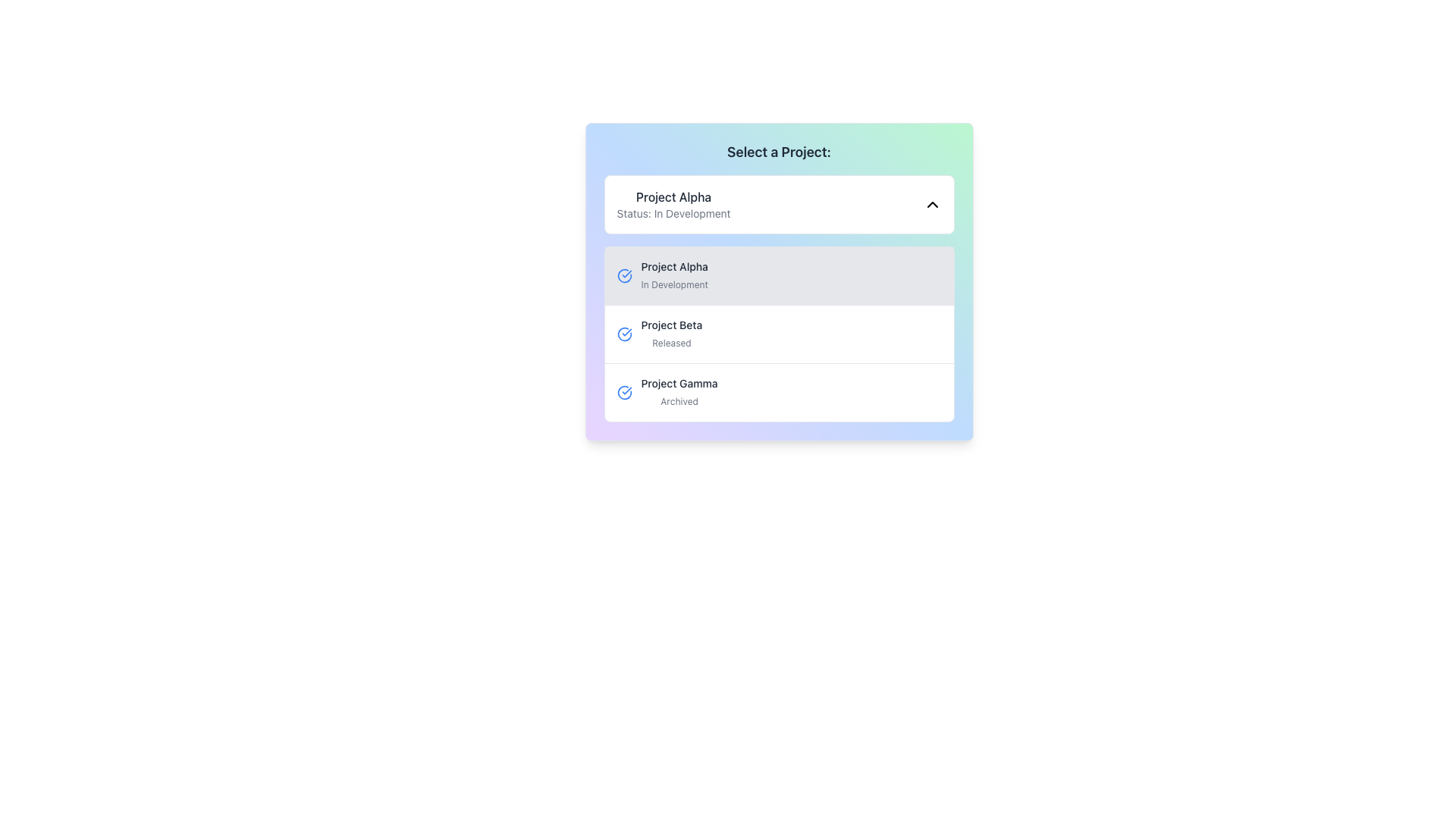 The height and width of the screenshot is (819, 1456). Describe the element at coordinates (931, 205) in the screenshot. I see `the downward-facing chevron arrow icon styled with a black outline located in the top-right corner of the 'Project Alpha' card` at that location.